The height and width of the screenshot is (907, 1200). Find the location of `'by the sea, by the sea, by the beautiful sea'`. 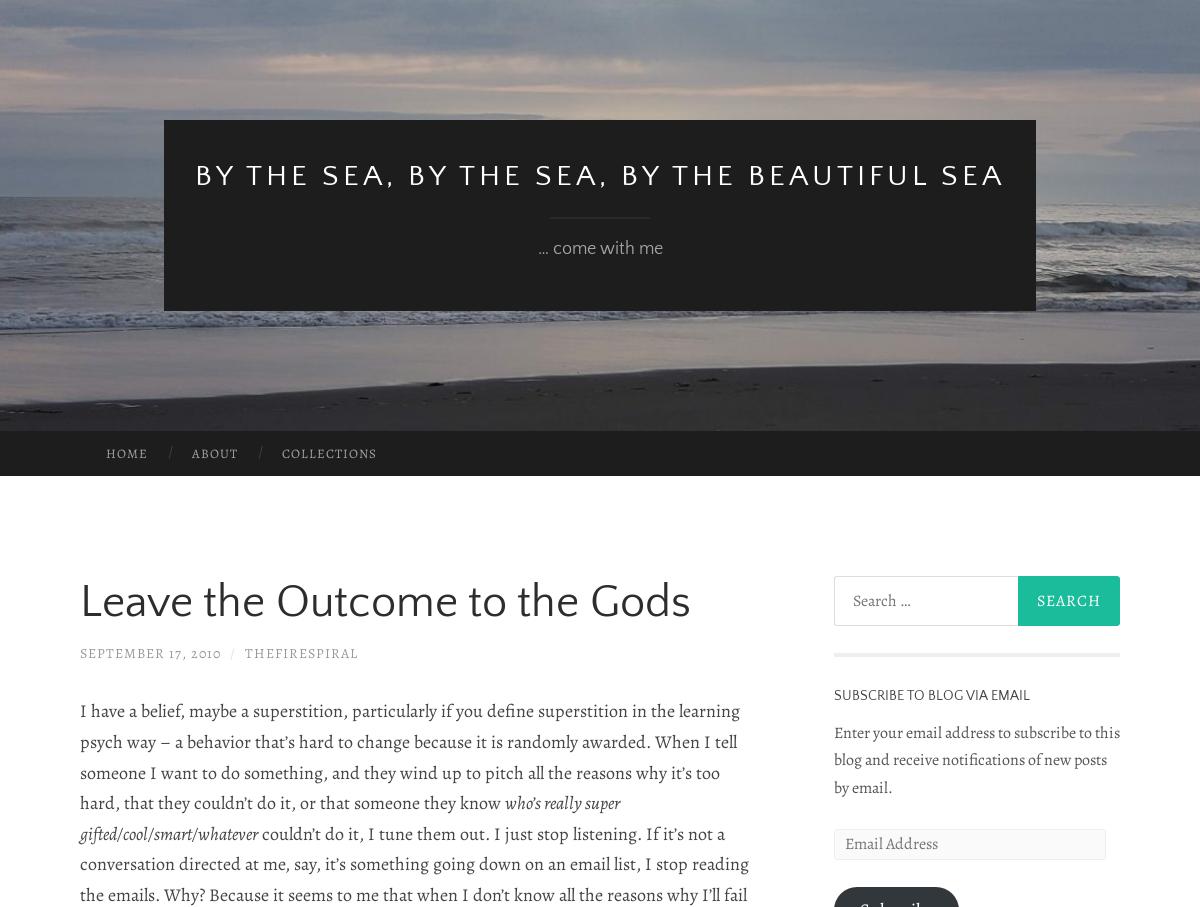

'by the sea, by the sea, by the beautiful sea' is located at coordinates (600, 174).